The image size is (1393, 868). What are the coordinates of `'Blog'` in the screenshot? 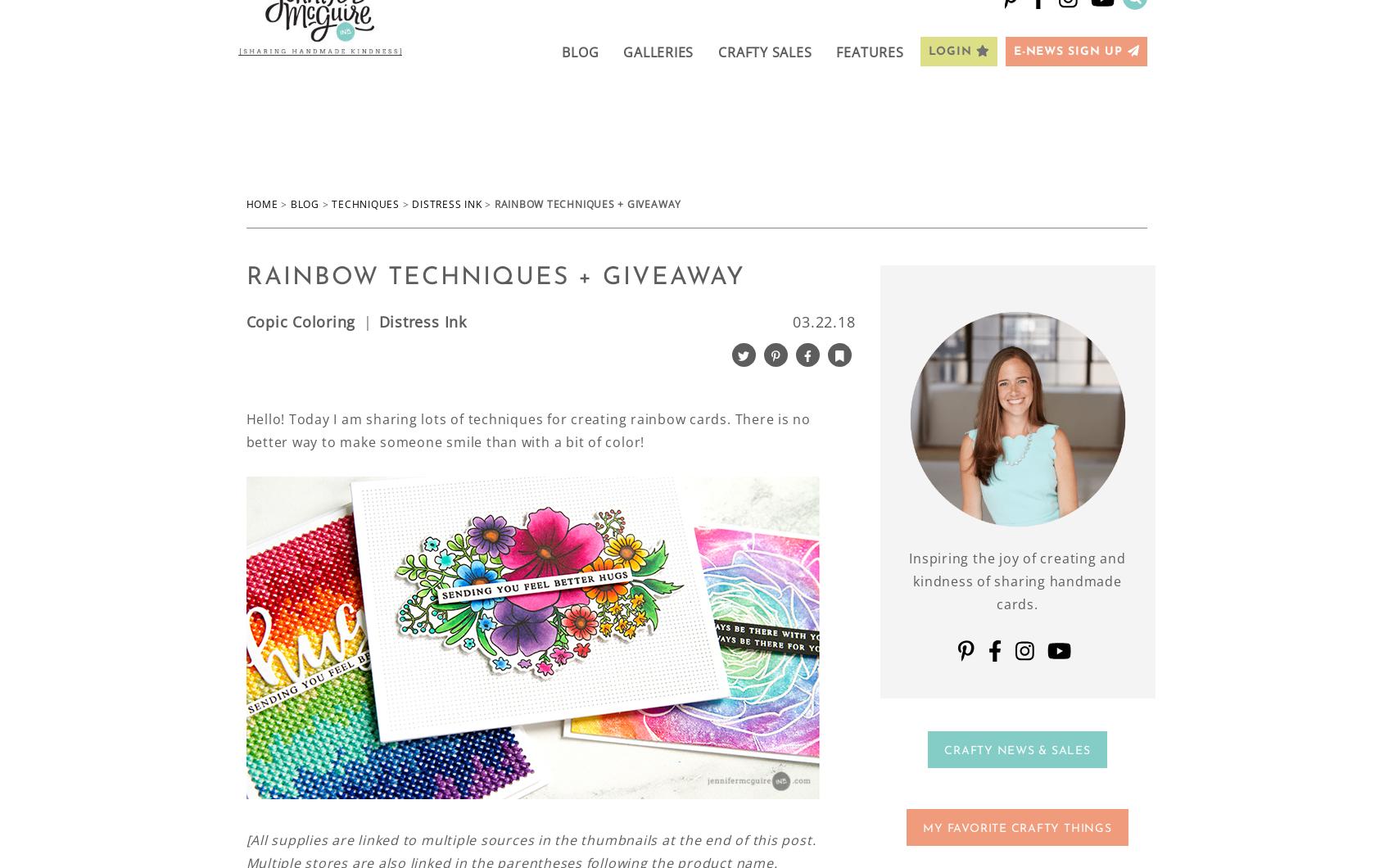 It's located at (303, 203).